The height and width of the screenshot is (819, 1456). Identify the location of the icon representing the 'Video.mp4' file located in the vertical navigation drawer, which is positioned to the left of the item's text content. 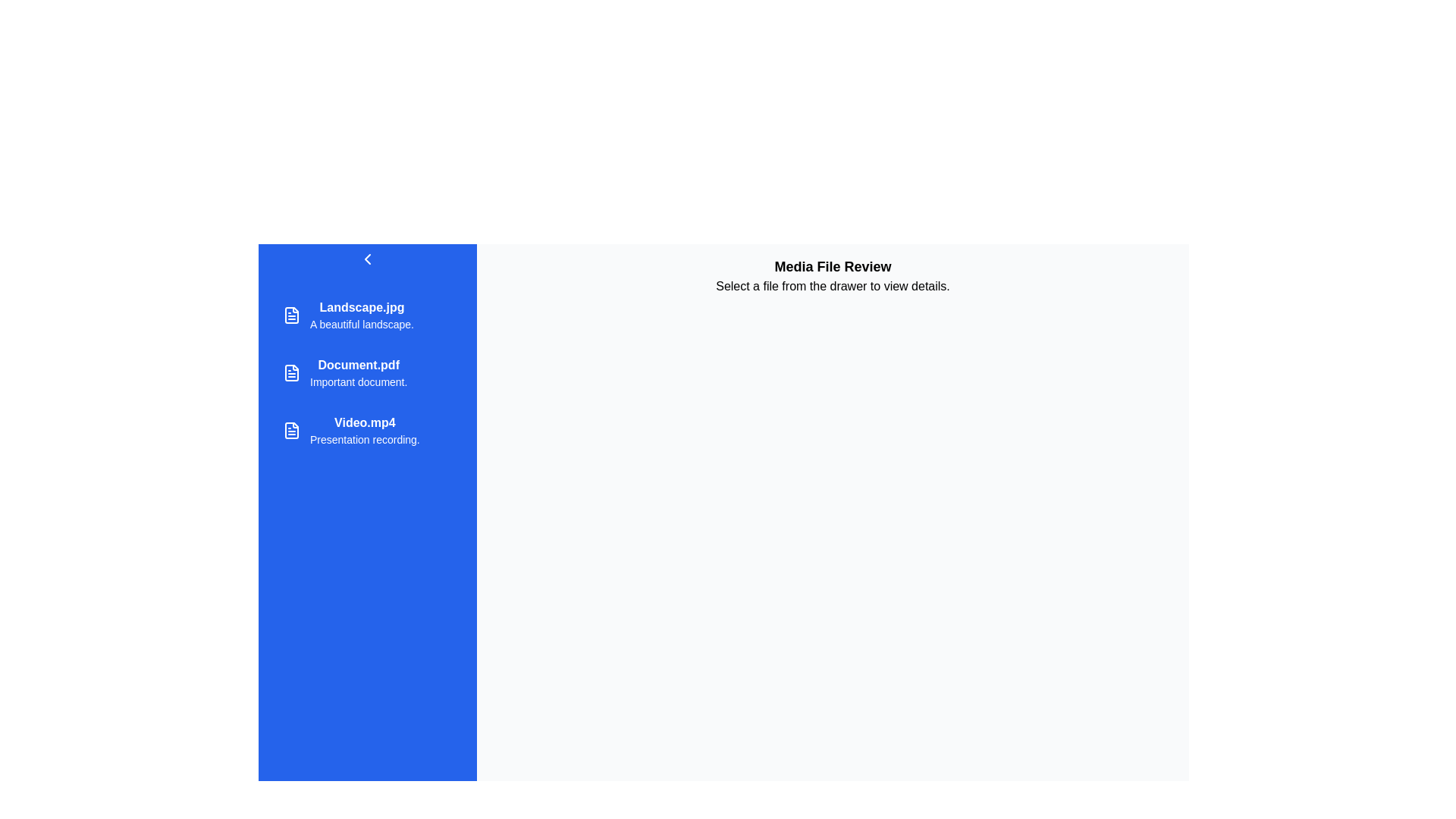
(291, 430).